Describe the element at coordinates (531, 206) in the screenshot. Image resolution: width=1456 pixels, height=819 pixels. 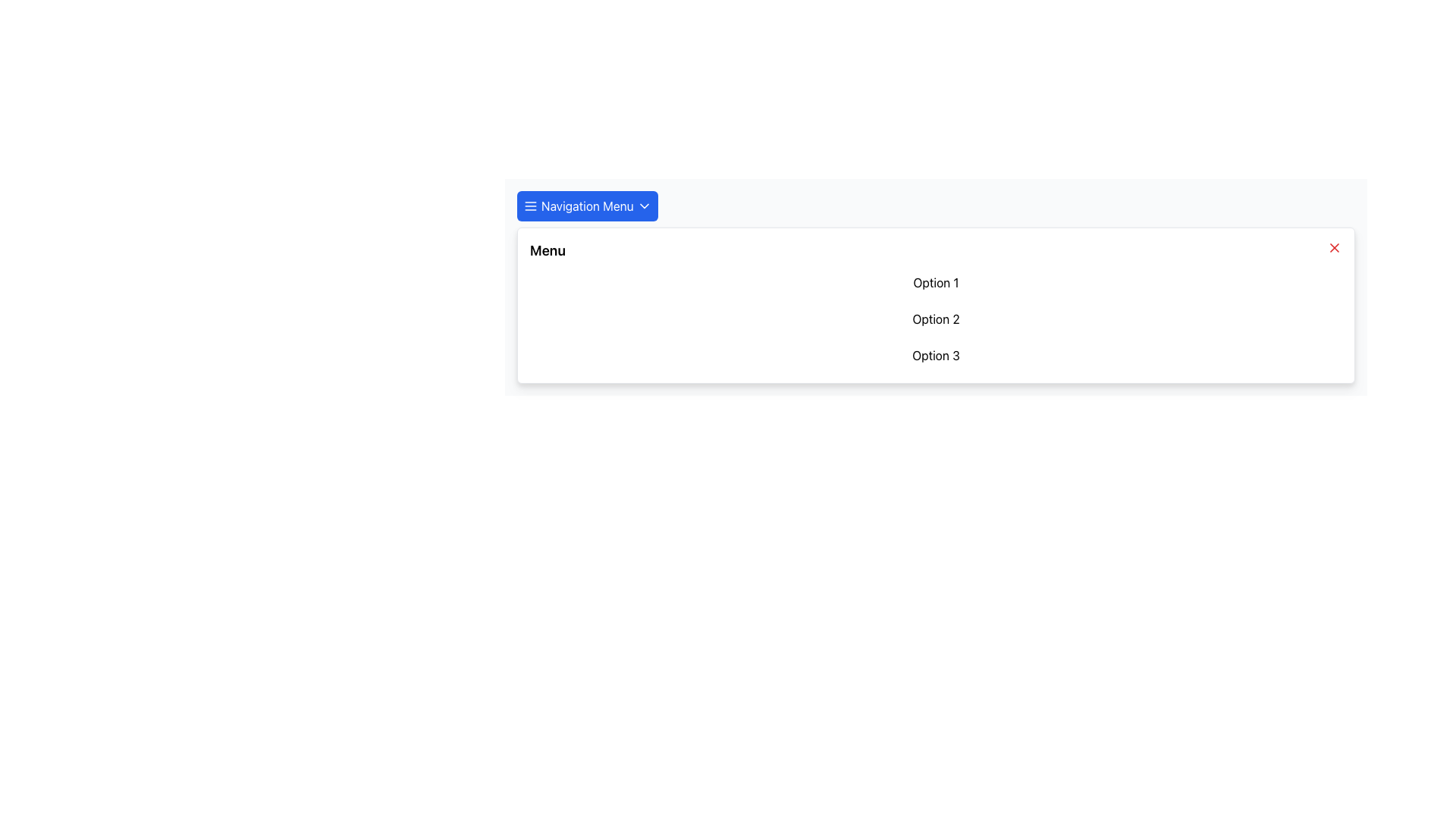
I see `the icon positioned to the left of the 'Navigation Menu' text` at that location.